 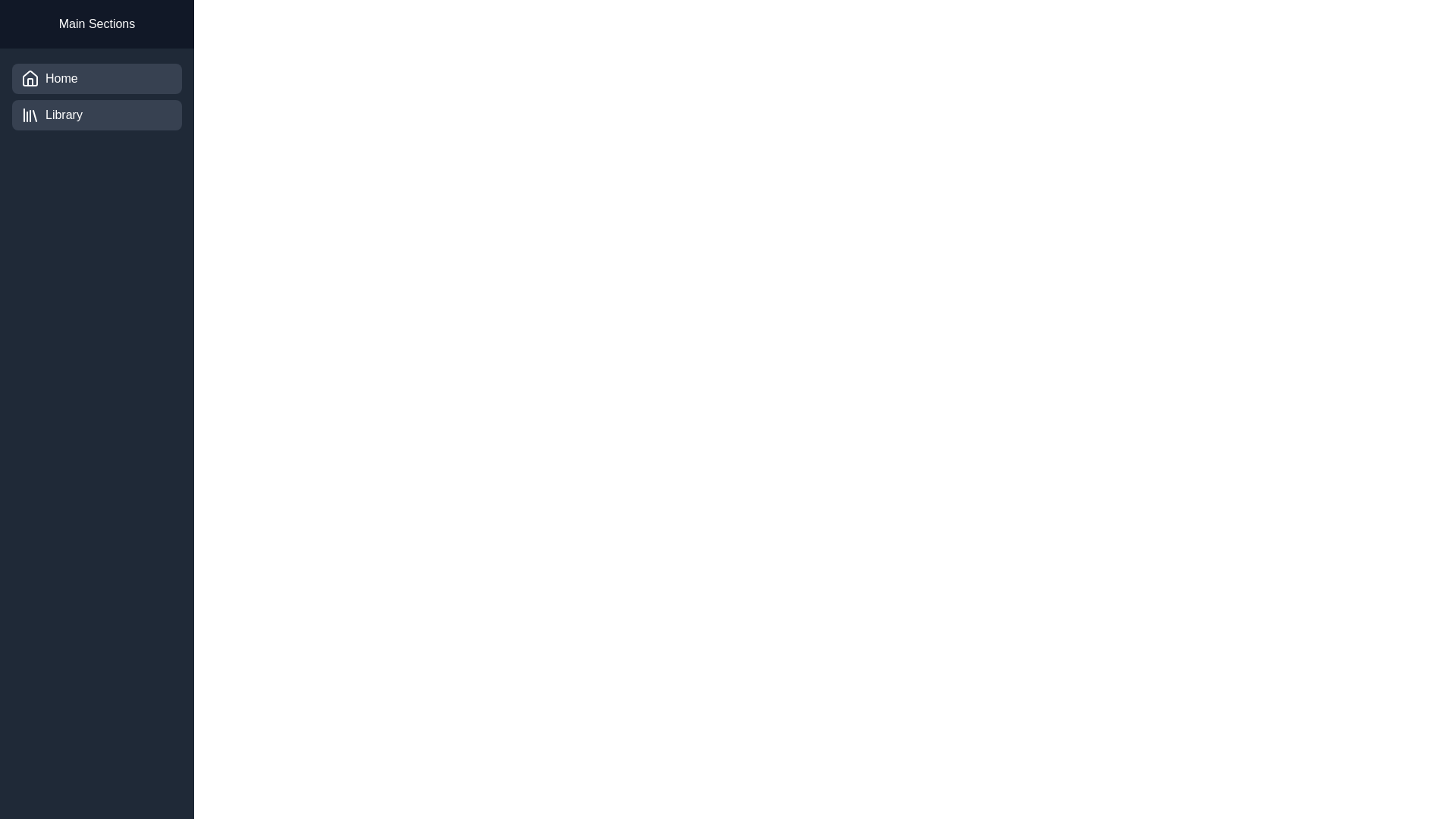 What do you see at coordinates (96, 24) in the screenshot?
I see `the text of the 'Main Sections' header` at bounding box center [96, 24].